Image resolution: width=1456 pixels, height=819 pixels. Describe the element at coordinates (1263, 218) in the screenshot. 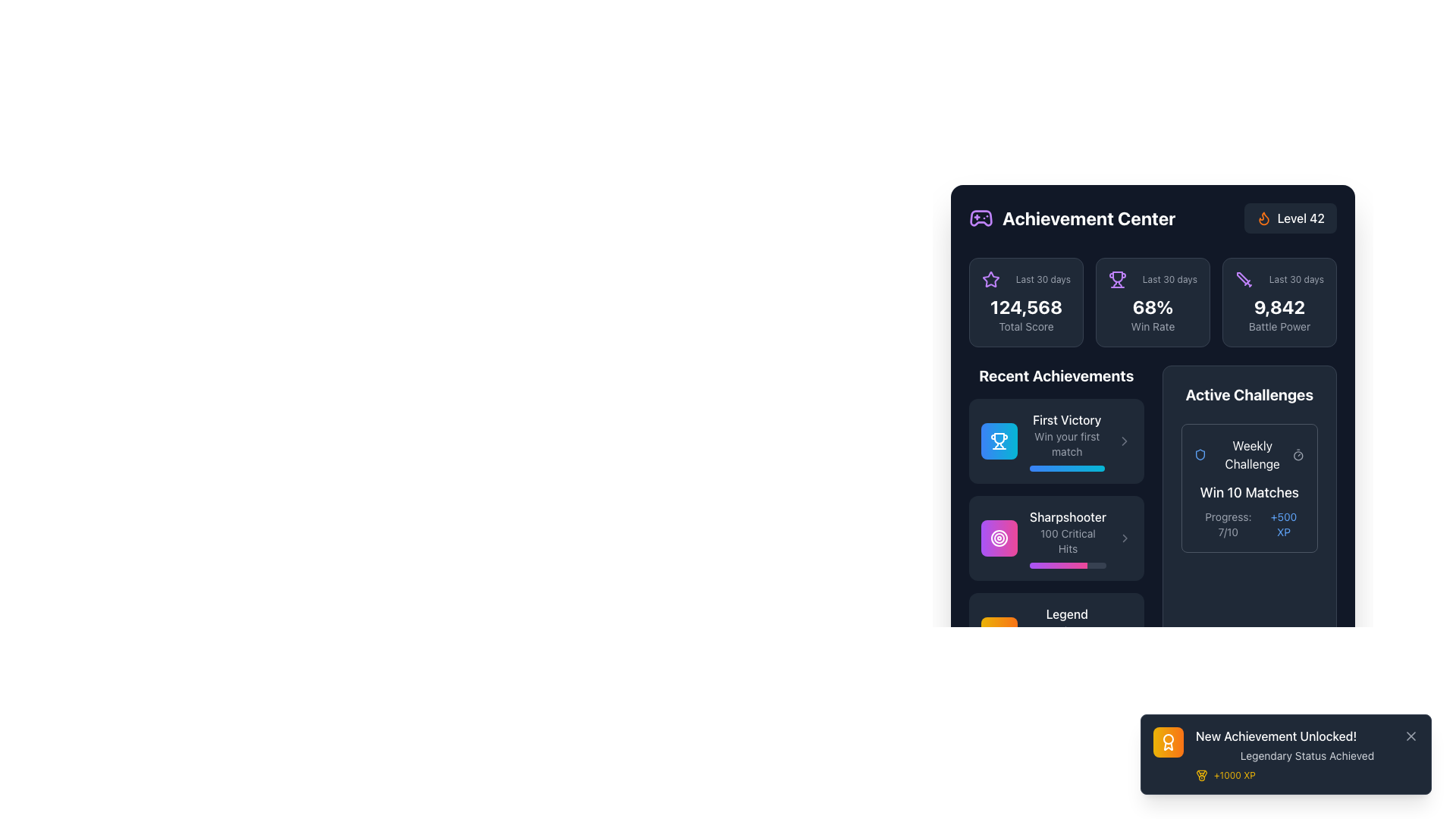

I see `the flame-shaped icon with an orange fill in the 'Level 42' badge area of the 'Achievement Center' header` at that location.